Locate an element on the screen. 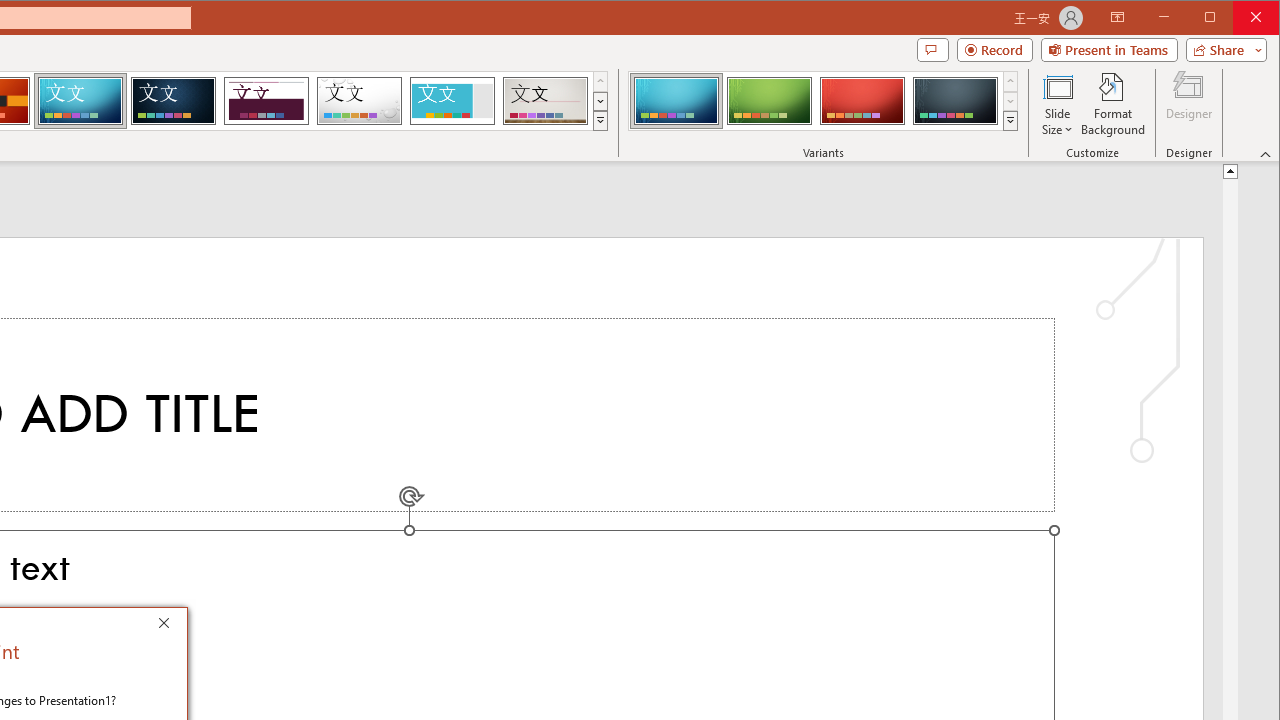 The height and width of the screenshot is (720, 1280). 'Slide Size' is located at coordinates (1056, 104).